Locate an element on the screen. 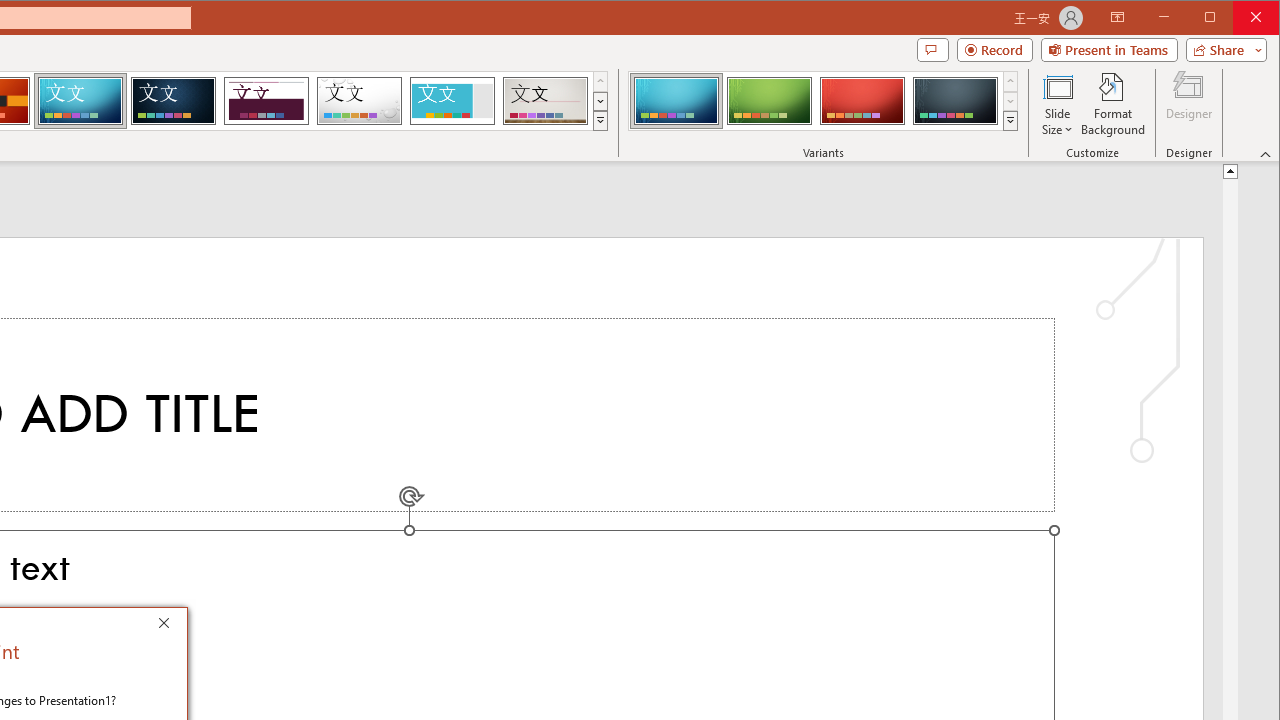 The height and width of the screenshot is (720, 1280). 'Slide Size' is located at coordinates (1056, 104).